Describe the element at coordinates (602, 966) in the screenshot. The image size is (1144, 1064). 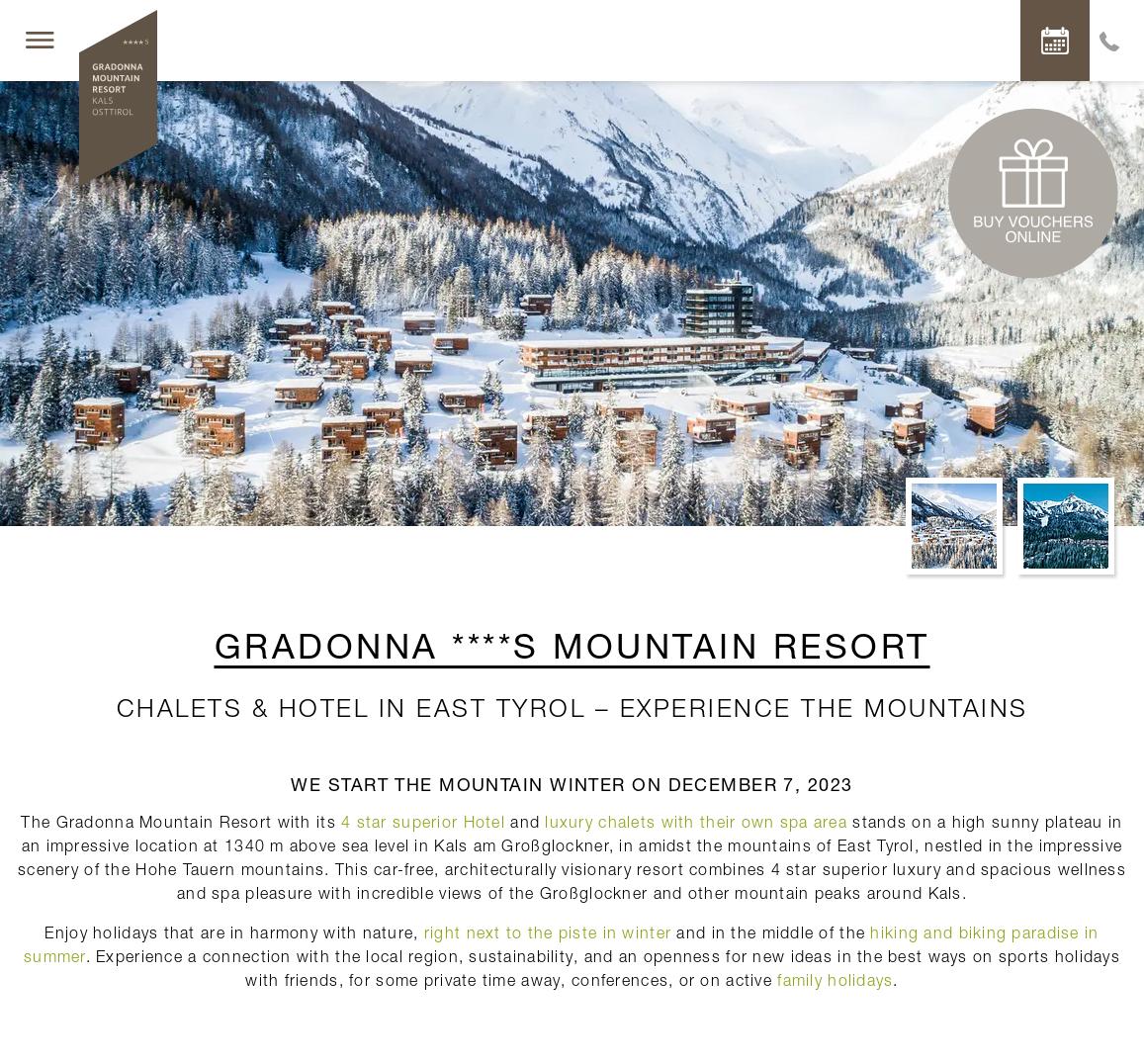
I see `'. Experience a connection with the local region, sustainability, and an openness for new ideas in the best ways on sports holidays with friends, for some private time away, conferences, or on active'` at that location.